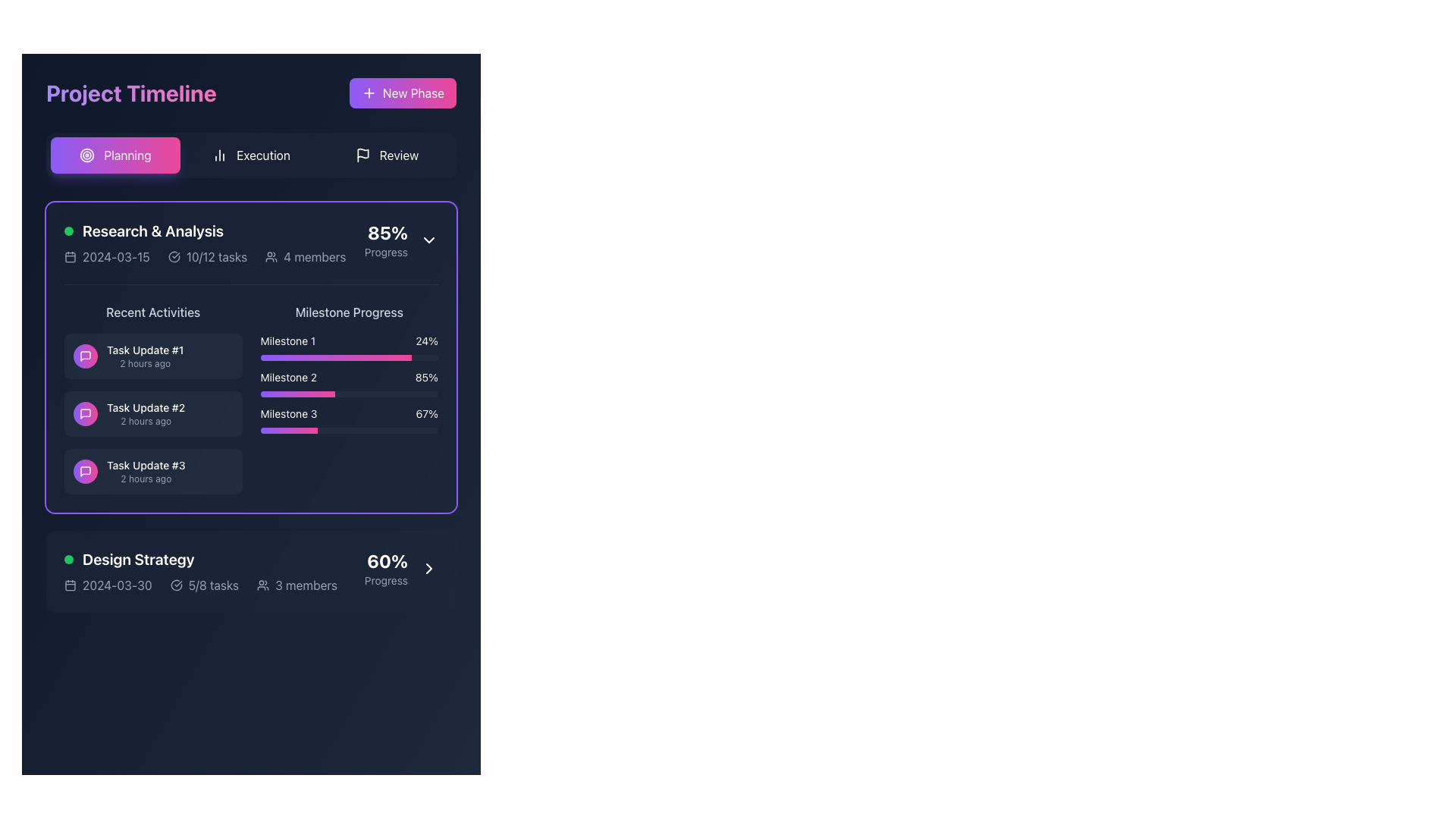 This screenshot has width=1456, height=819. I want to click on the 'Recent Activities' text label, which is displayed in a medium font size and light grey color, located under the 'Research & Analysis' section, above the task list items, so click(153, 312).